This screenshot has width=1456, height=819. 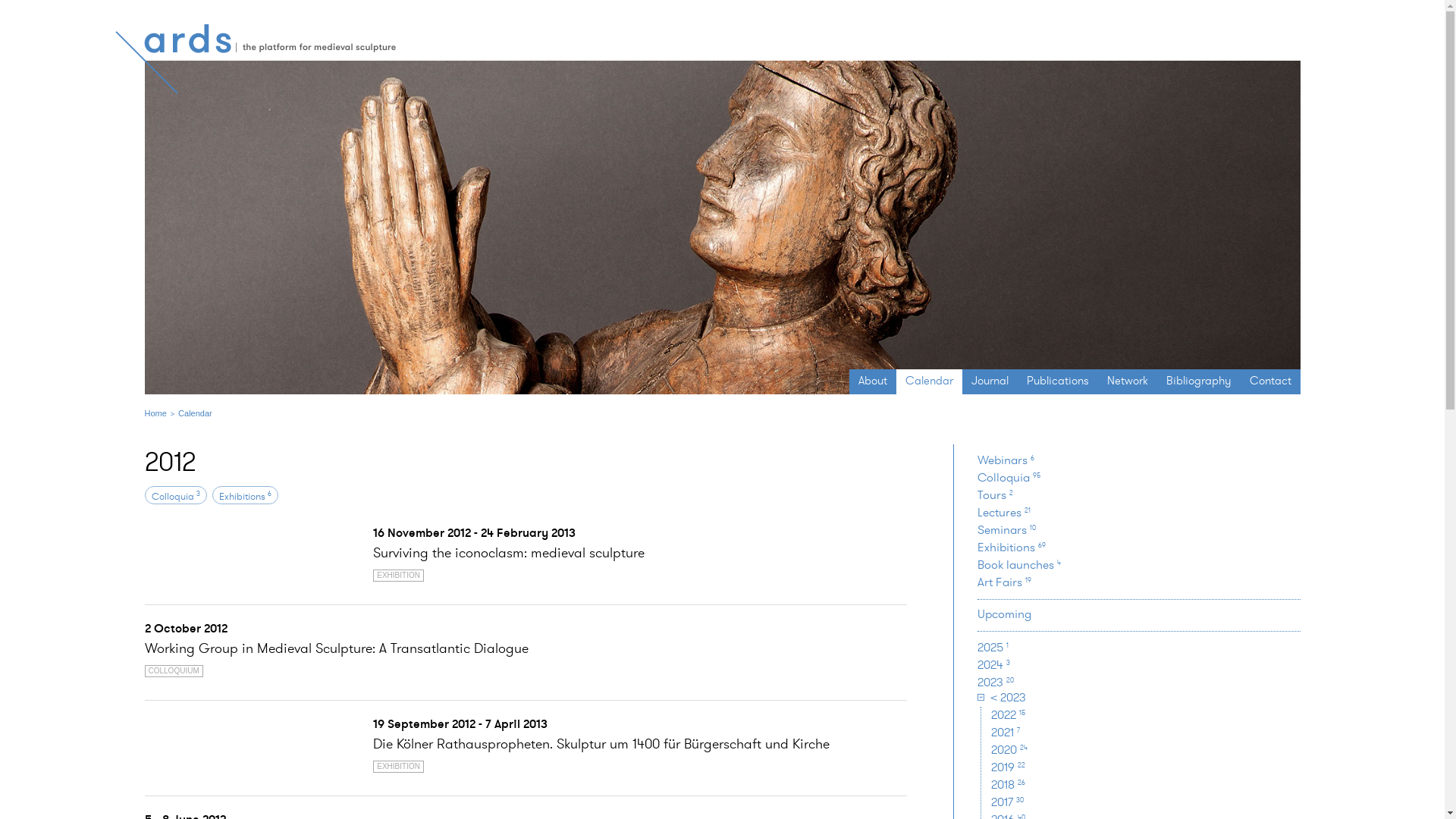 I want to click on 'Colloquia 3', so click(x=175, y=496).